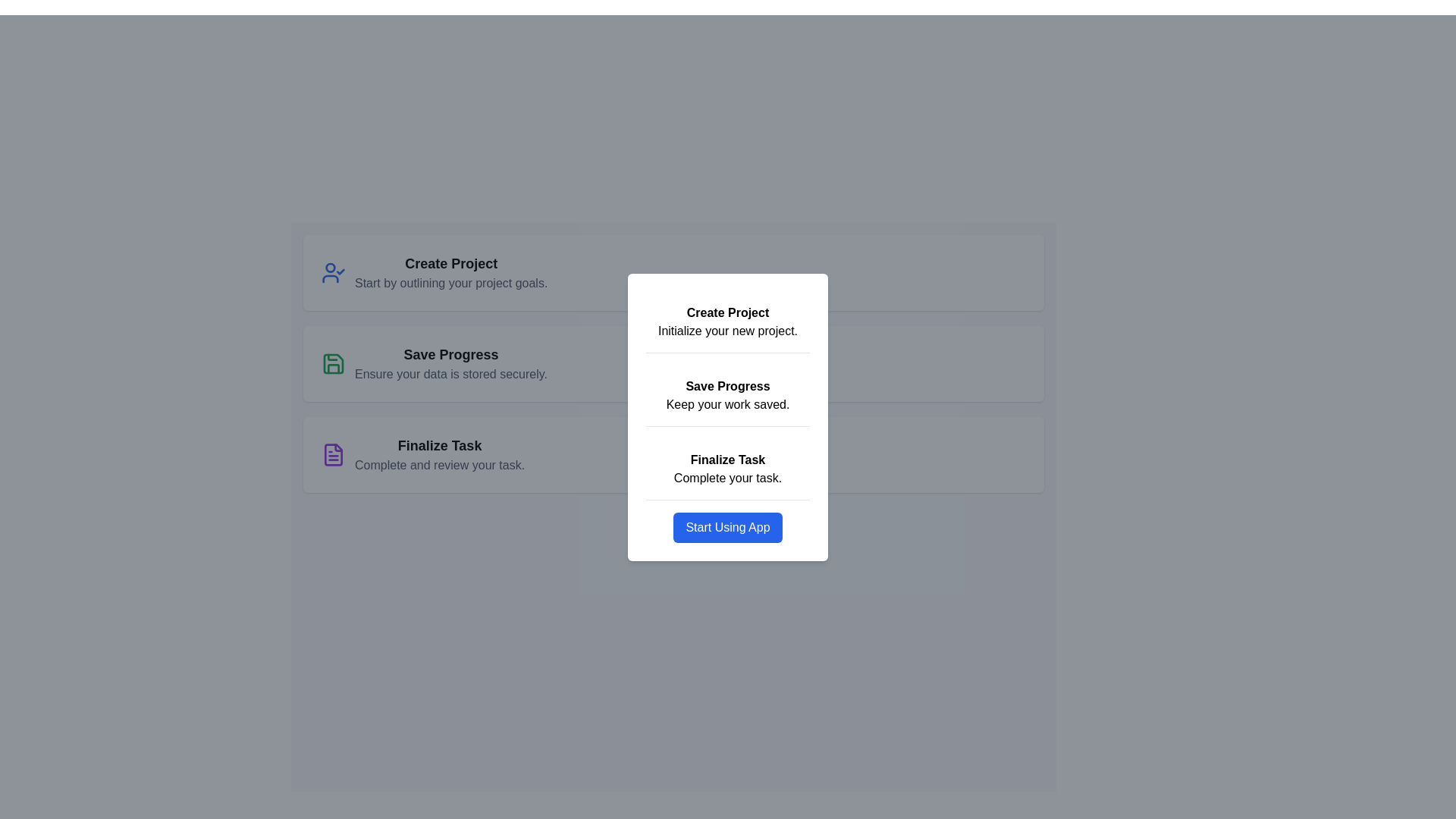 Image resolution: width=1456 pixels, height=819 pixels. Describe the element at coordinates (450, 271) in the screenshot. I see `the 'Create Project' text block element that includes a bold title and a smaller subtitle within a white rectangular card at the top of the card set` at that location.